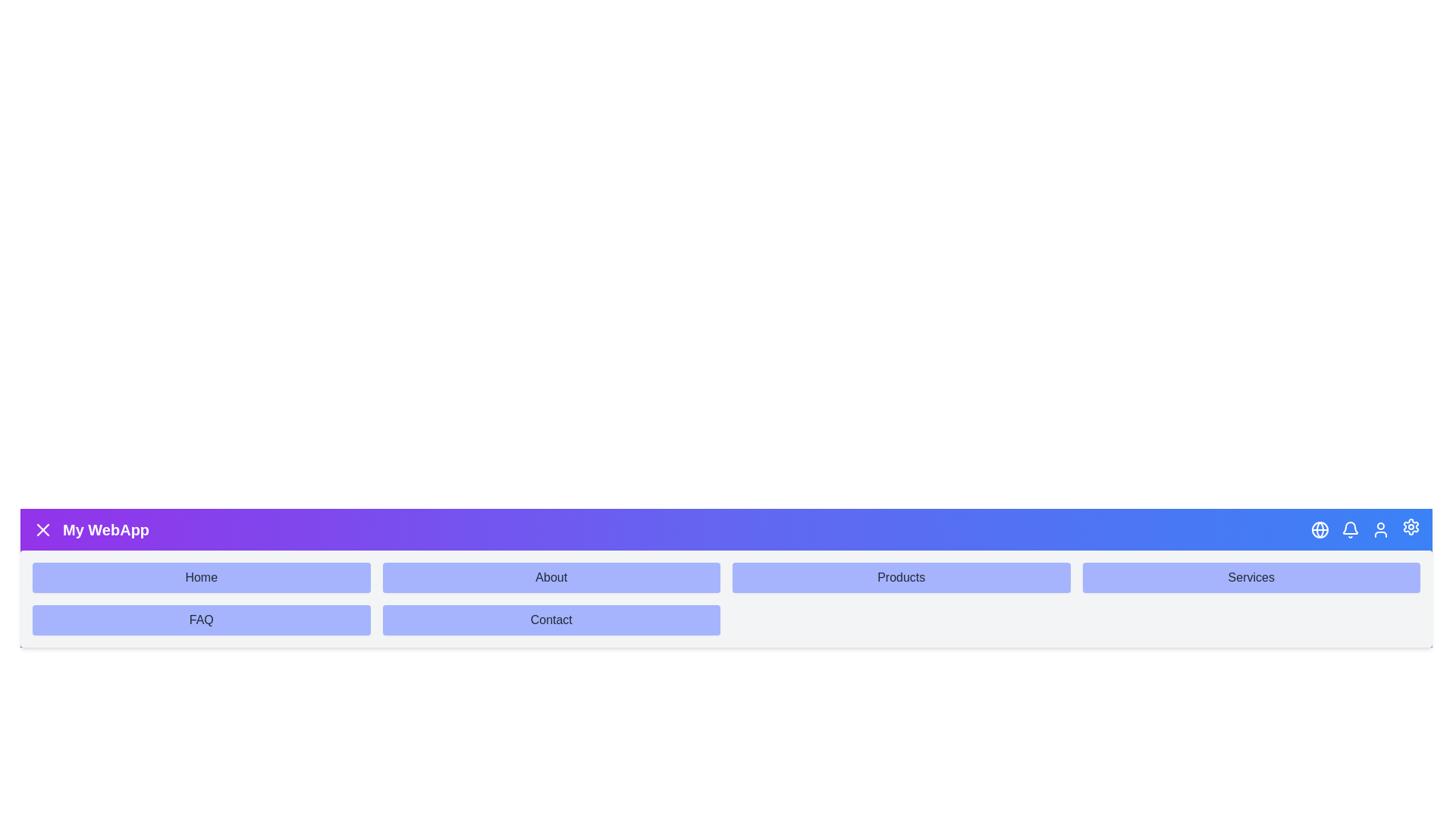  I want to click on the Notifications button in the header, so click(1350, 529).